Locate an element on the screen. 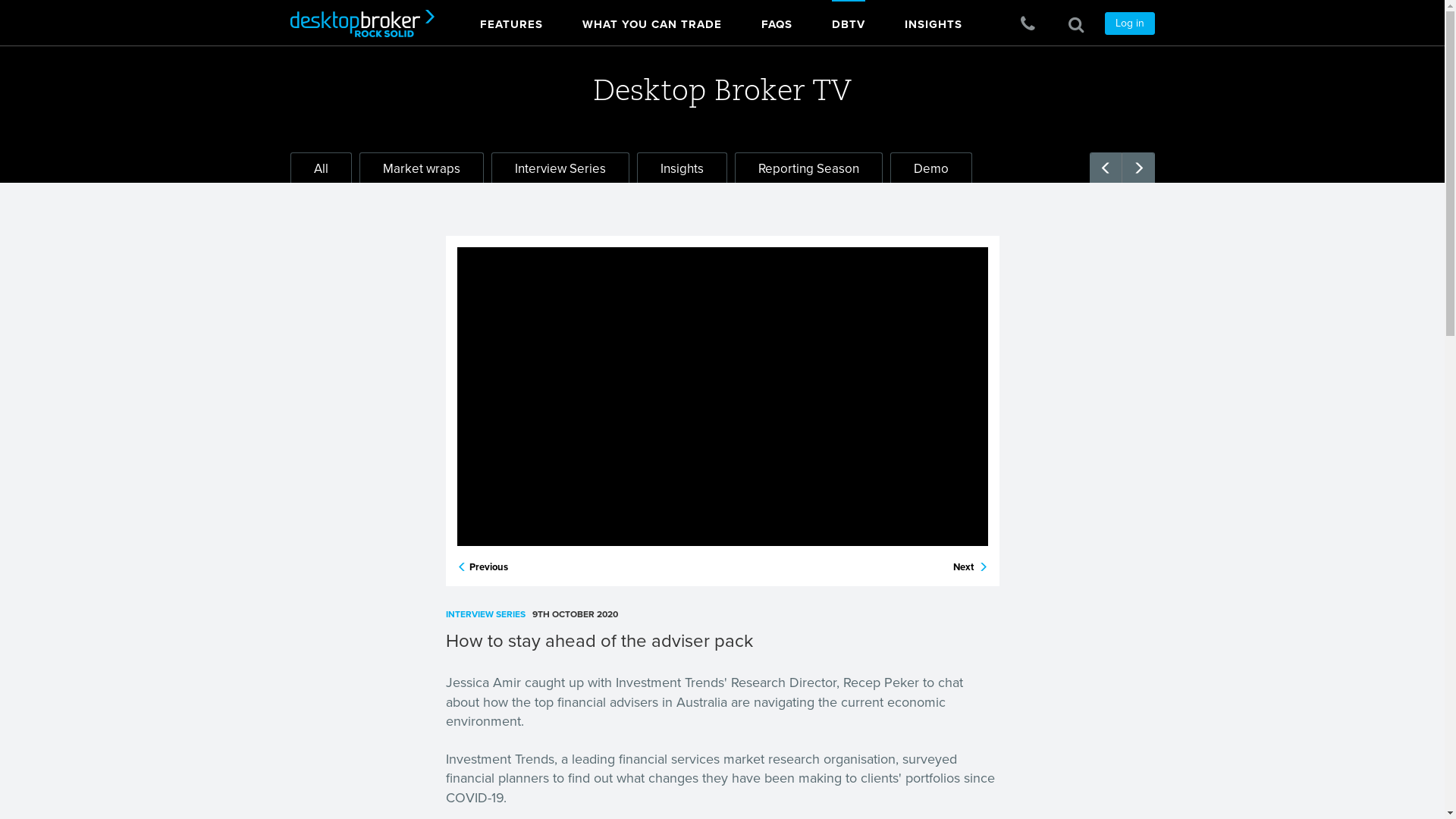  'FAQS' is located at coordinates (777, 20).